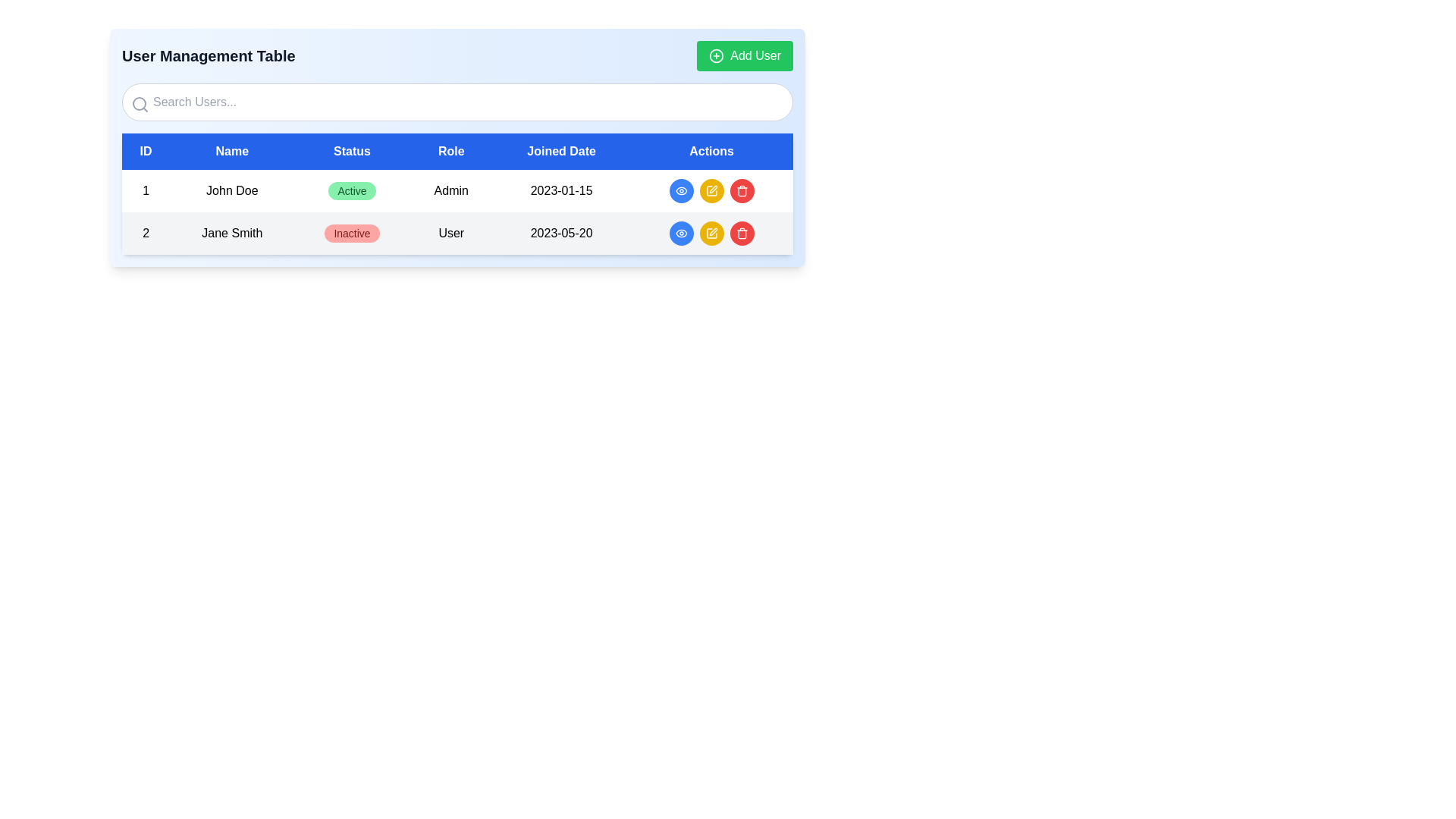 The height and width of the screenshot is (819, 1456). I want to click on the red delete button located in the 'Actions' column of the second row of the table, so click(742, 234).